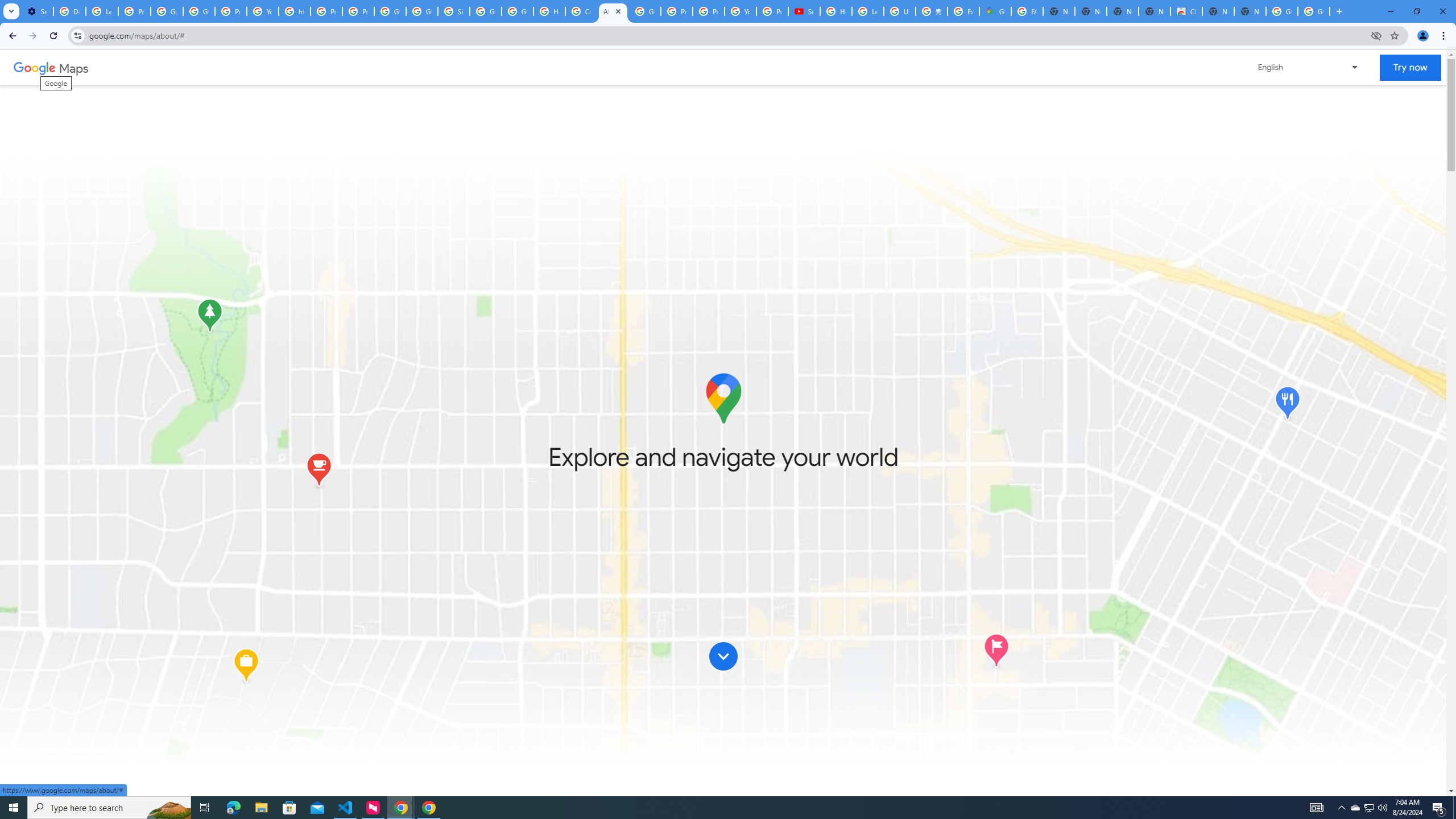 The width and height of the screenshot is (1456, 819). What do you see at coordinates (262, 11) in the screenshot?
I see `'YouTube'` at bounding box center [262, 11].